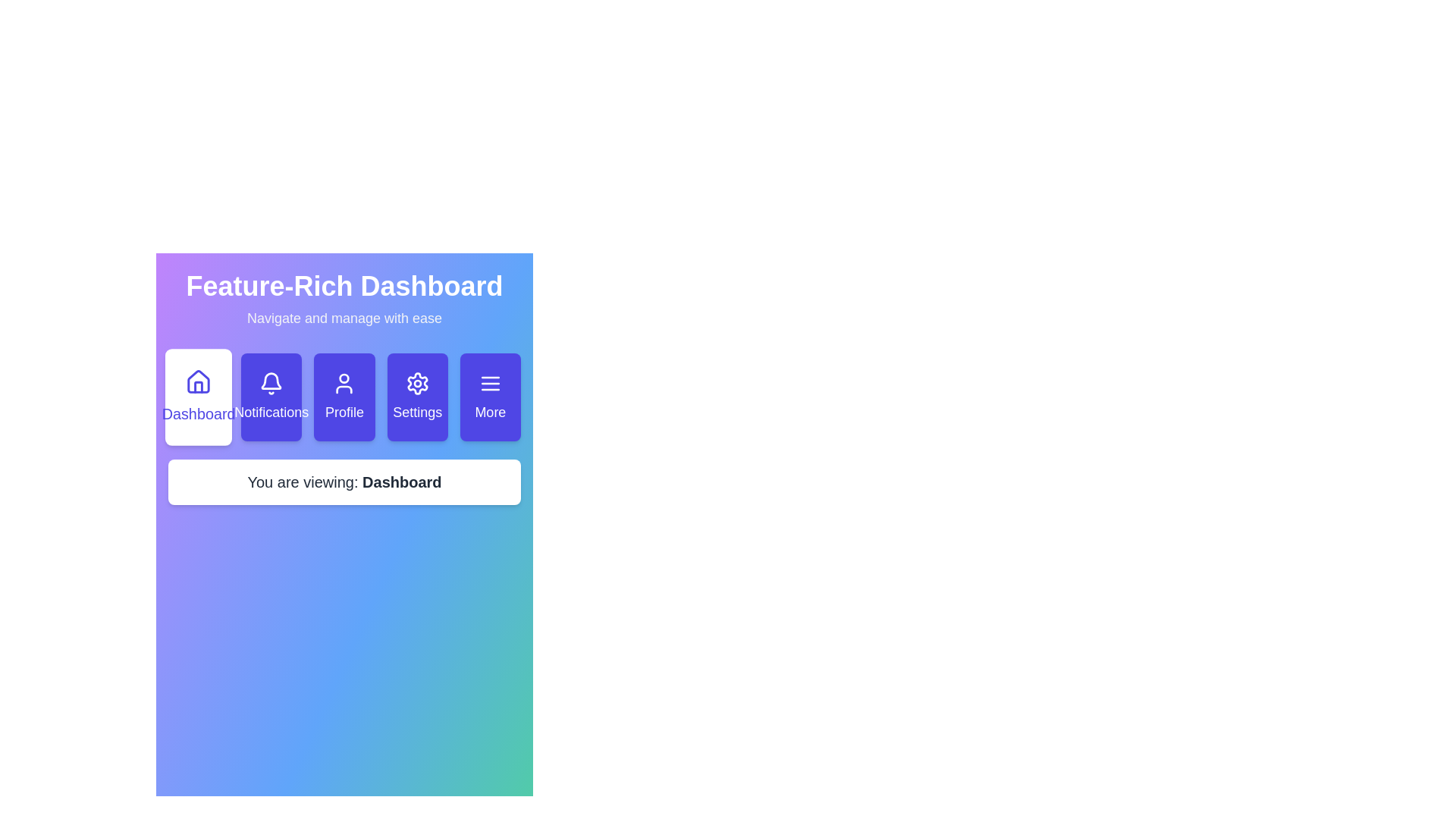  I want to click on the doorway detail of the house icon located in the top center of the interface, which is part of a navigation bar containing other icons like Notifications, Profile, Settings, and More, so click(198, 386).